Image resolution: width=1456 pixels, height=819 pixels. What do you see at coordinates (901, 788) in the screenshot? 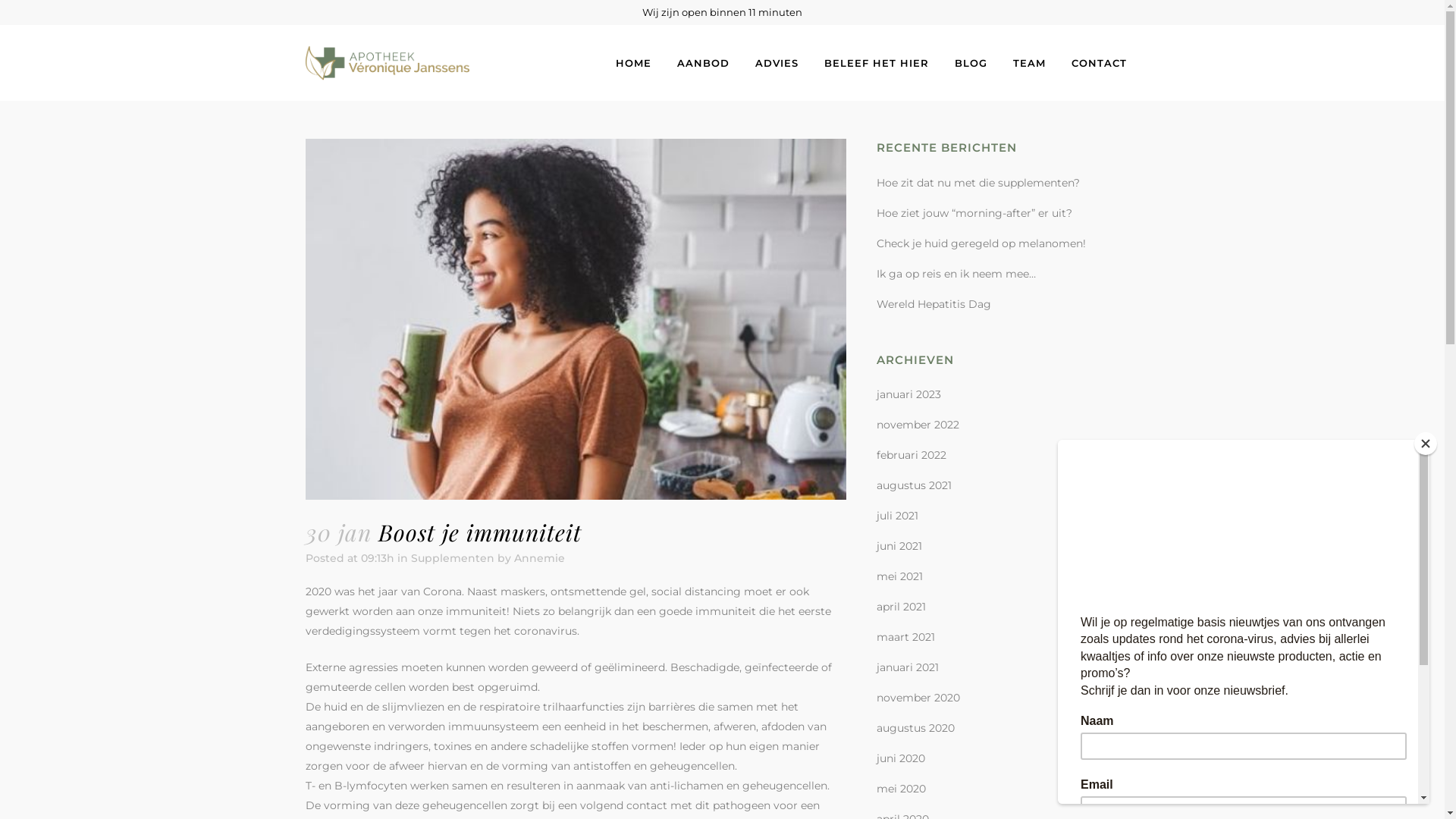
I see `'mei 2020'` at bounding box center [901, 788].